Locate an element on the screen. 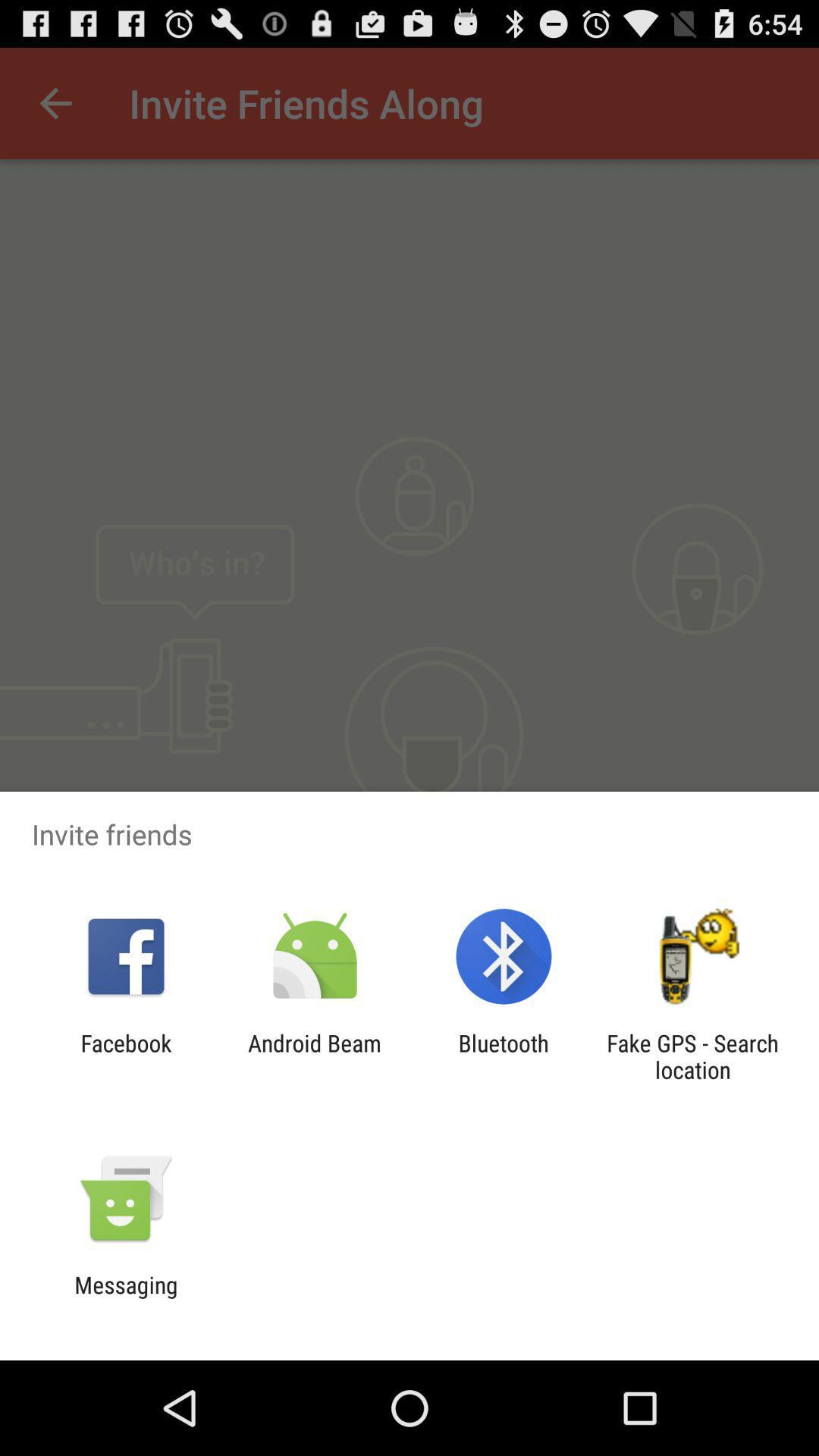 The image size is (819, 1456). the icon next to the android beam icon is located at coordinates (125, 1056).